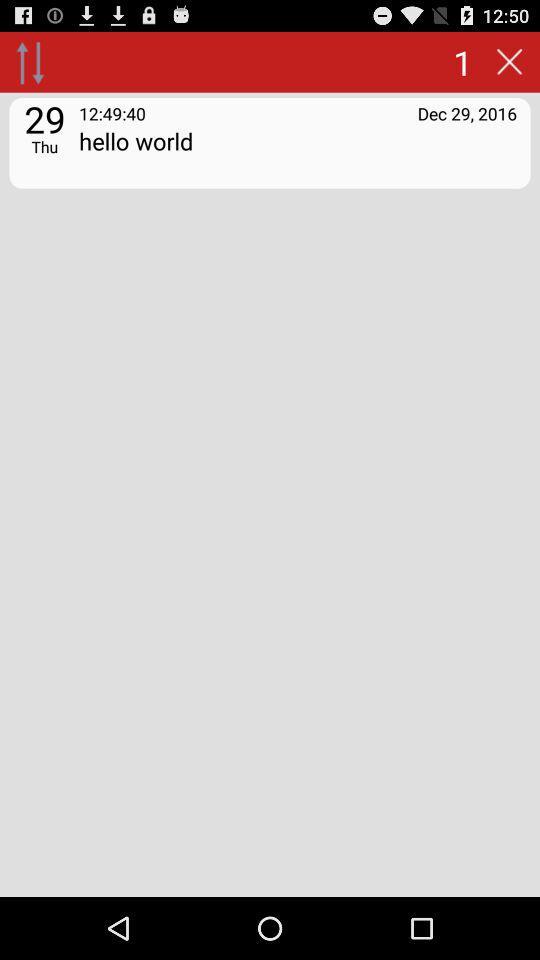  What do you see at coordinates (467, 113) in the screenshot?
I see `dec 29, 2016` at bounding box center [467, 113].